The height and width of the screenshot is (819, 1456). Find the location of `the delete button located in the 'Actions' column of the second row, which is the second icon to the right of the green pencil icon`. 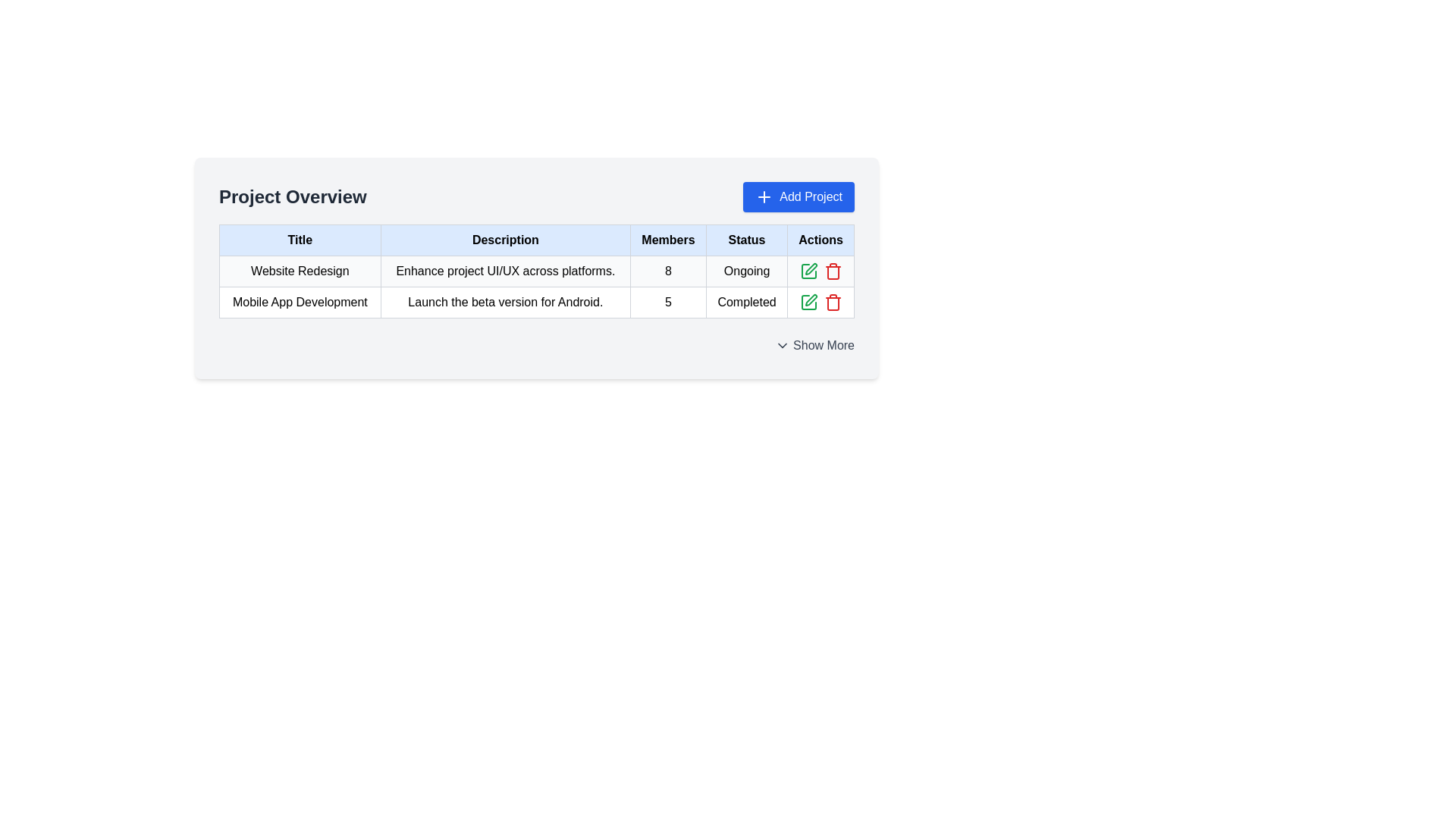

the delete button located in the 'Actions' column of the second row, which is the second icon to the right of the green pencil icon is located at coordinates (832, 302).